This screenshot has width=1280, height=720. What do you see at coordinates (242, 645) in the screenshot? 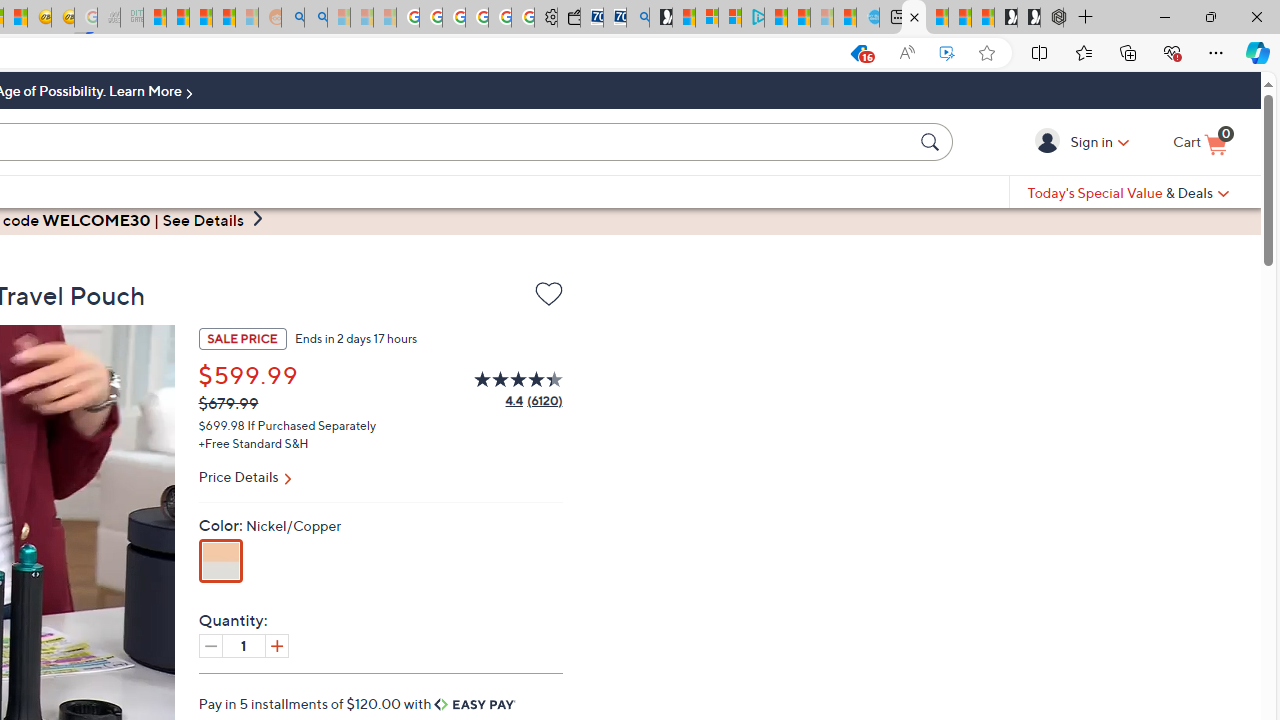
I see `'Quantity'` at bounding box center [242, 645].